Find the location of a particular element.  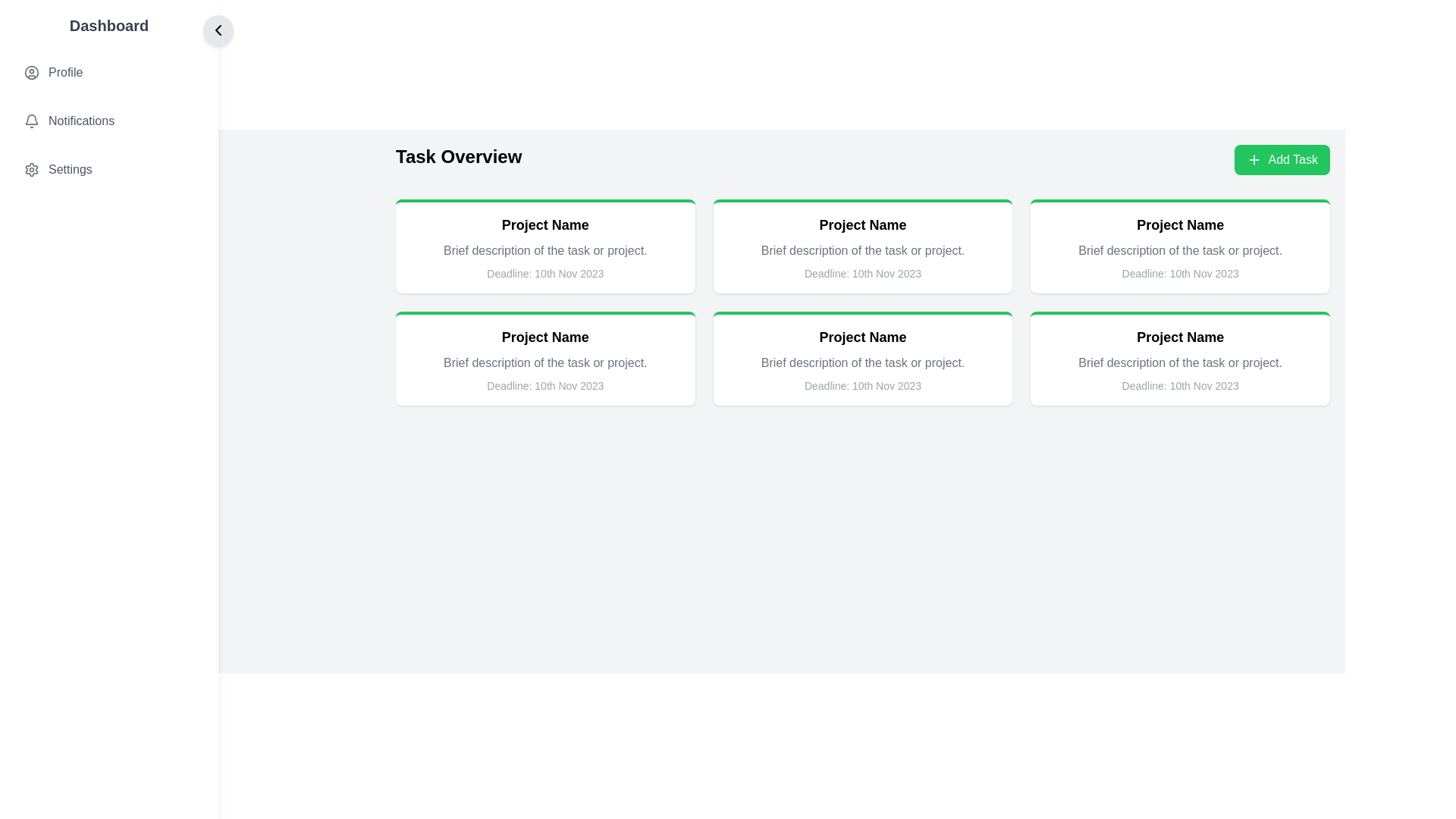

the 'Settings' icon located to the left of the text 'Settings' in the third row of the vertical sidebar menu is located at coordinates (32, 169).